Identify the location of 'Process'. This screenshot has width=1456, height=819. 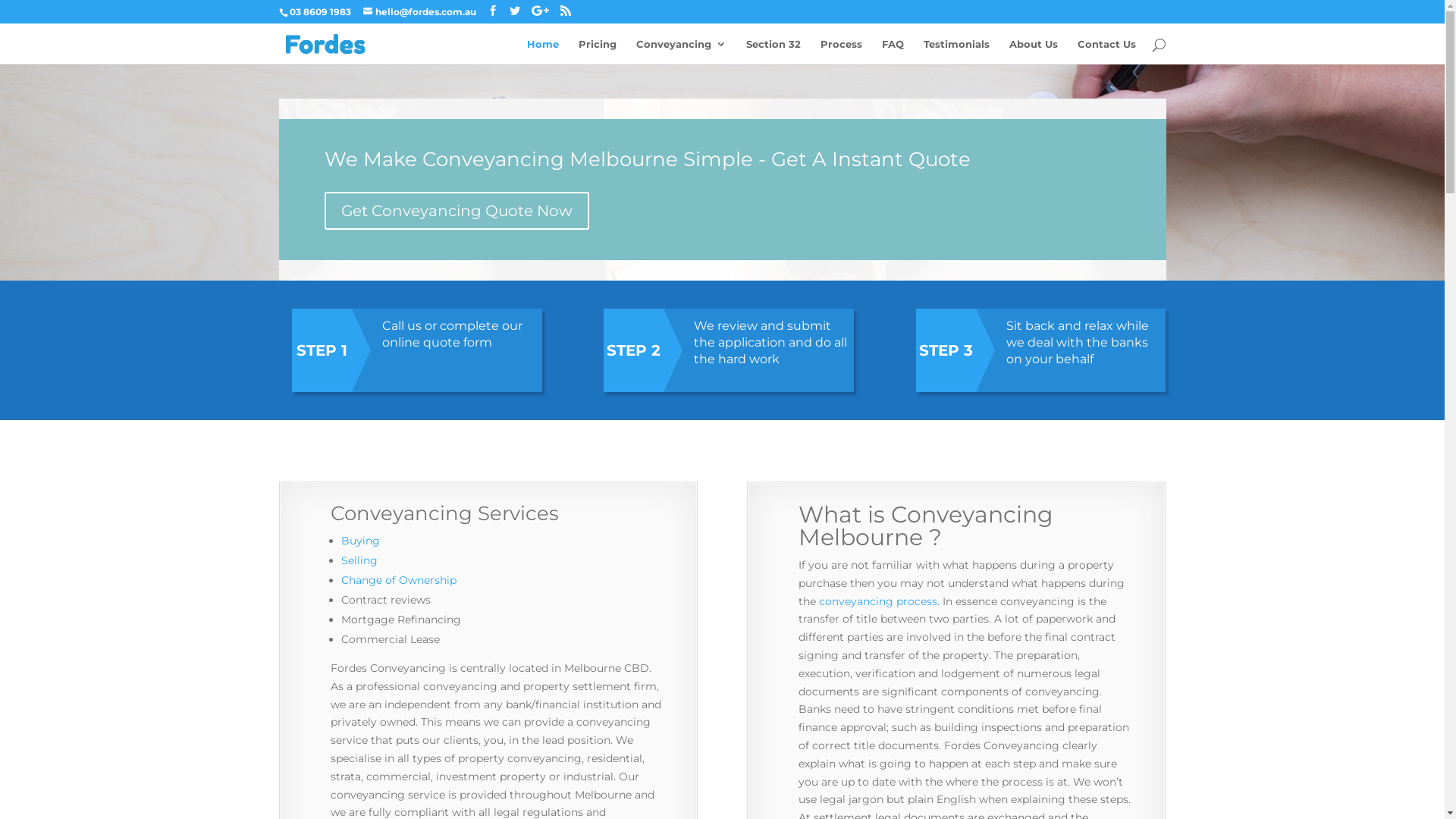
(840, 51).